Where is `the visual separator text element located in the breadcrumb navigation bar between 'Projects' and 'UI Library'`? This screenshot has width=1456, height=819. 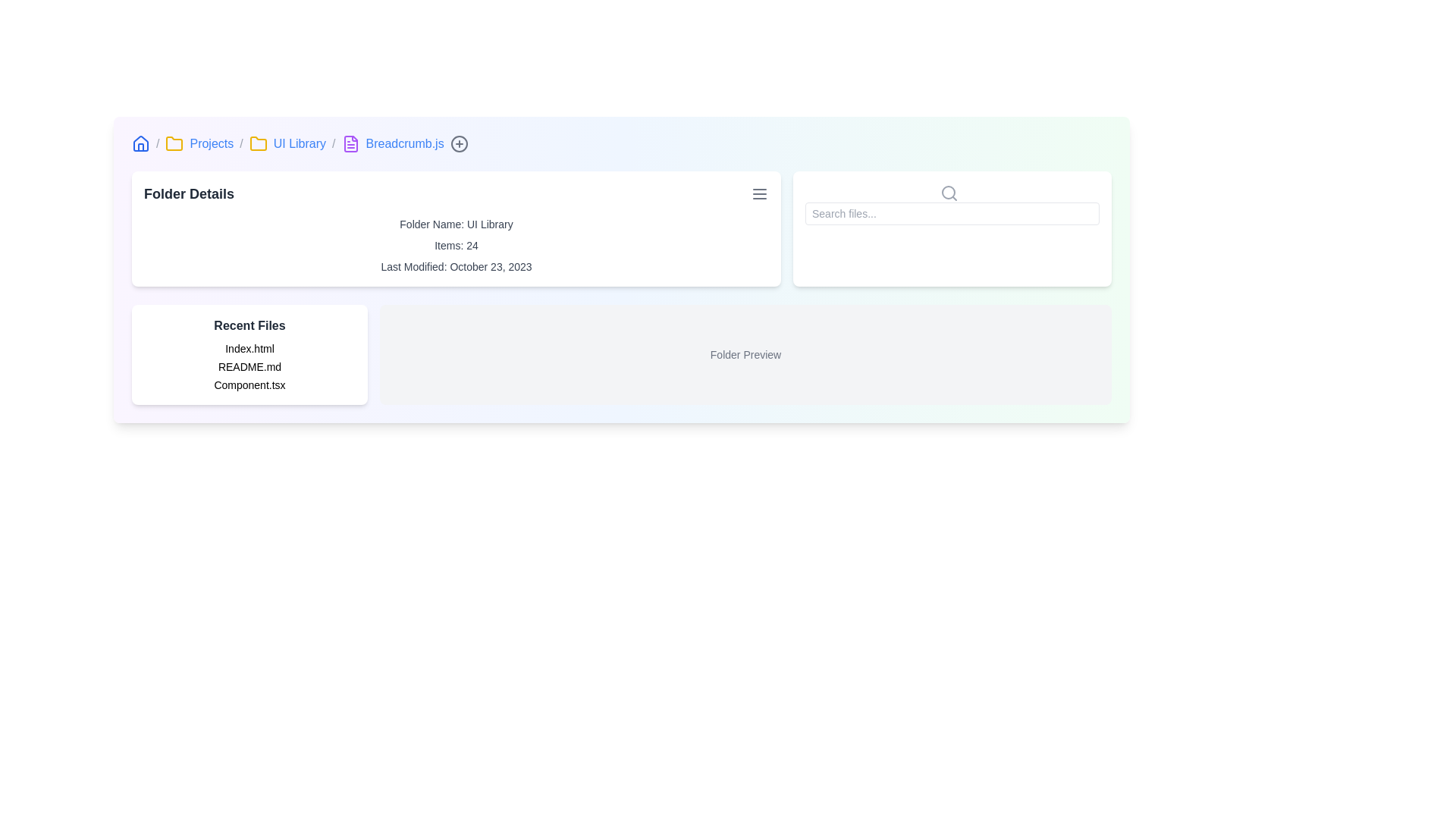
the visual separator text element located in the breadcrumb navigation bar between 'Projects' and 'UI Library' is located at coordinates (240, 143).